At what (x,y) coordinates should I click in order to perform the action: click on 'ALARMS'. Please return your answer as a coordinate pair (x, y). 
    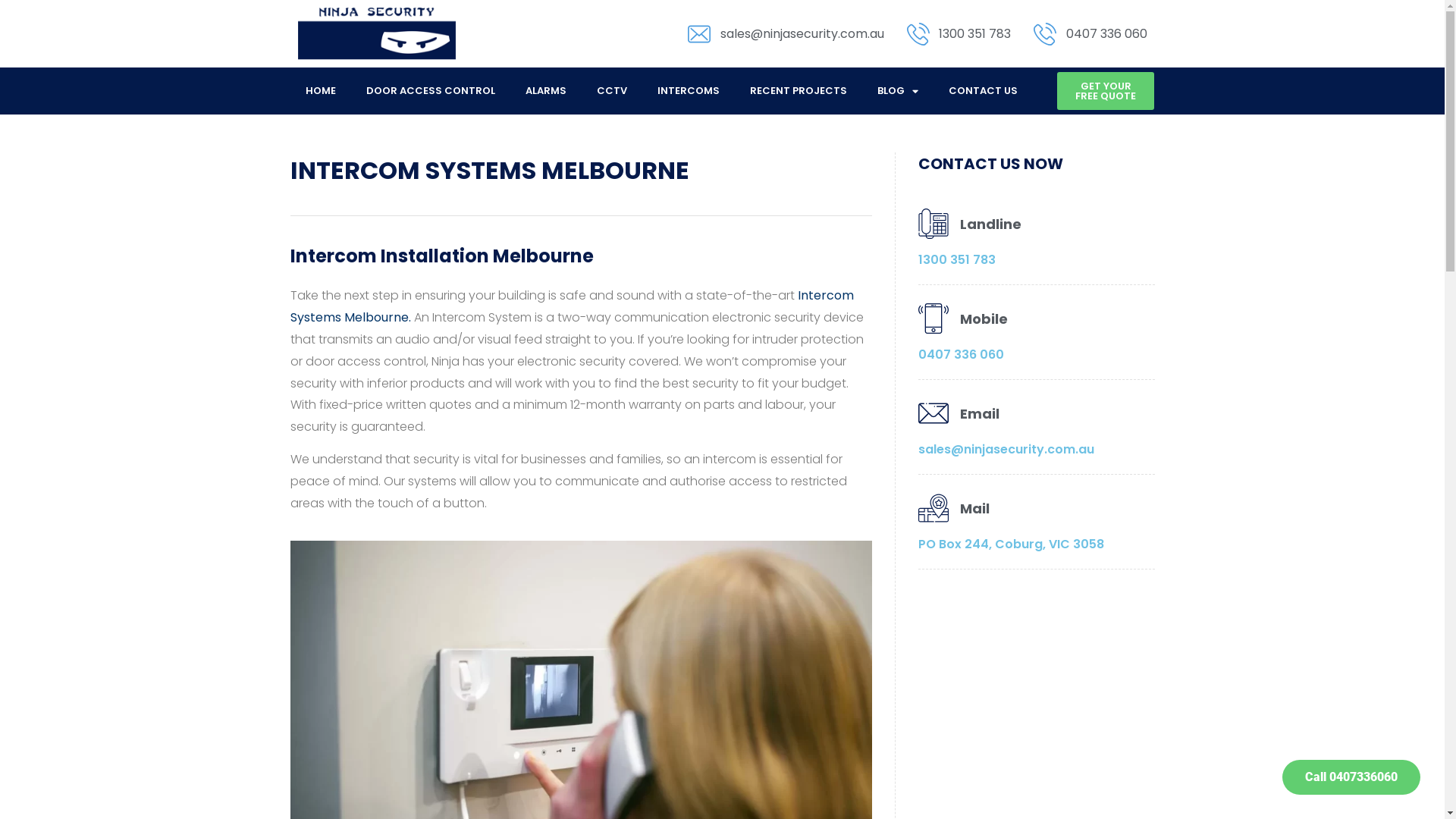
    Looking at the image, I should click on (510, 90).